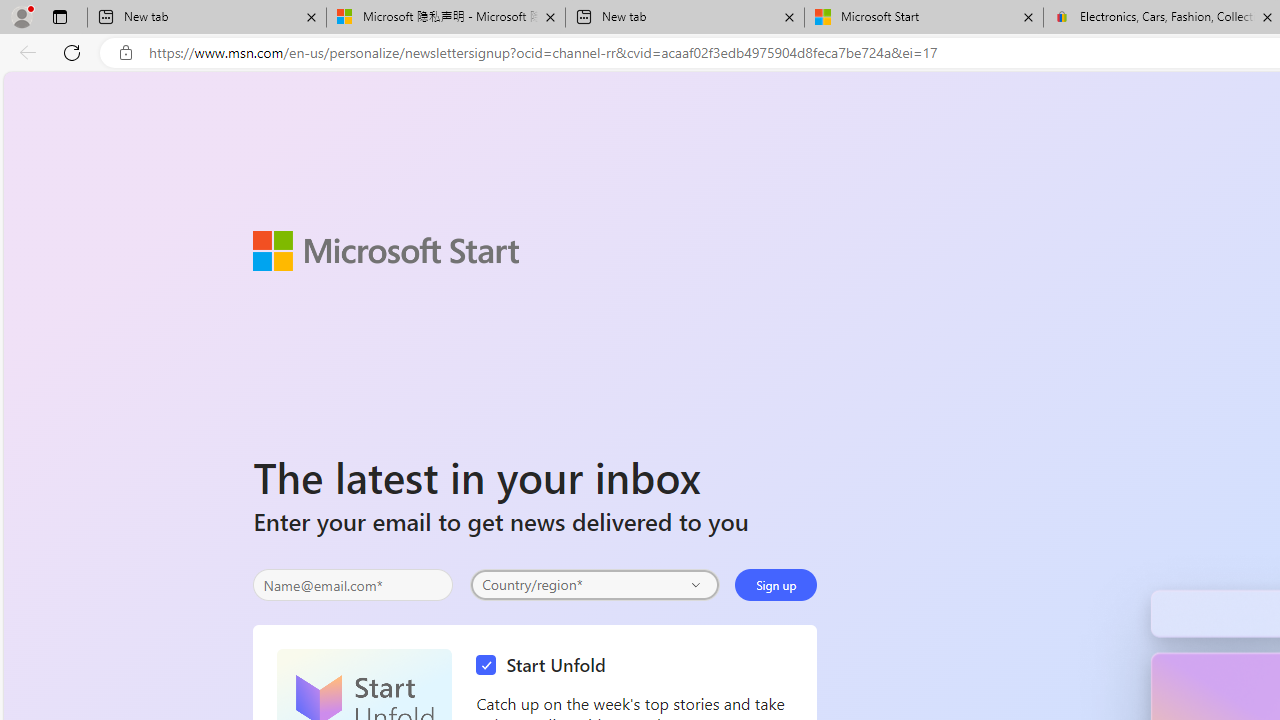  What do you see at coordinates (594, 585) in the screenshot?
I see `'Select your country'` at bounding box center [594, 585].